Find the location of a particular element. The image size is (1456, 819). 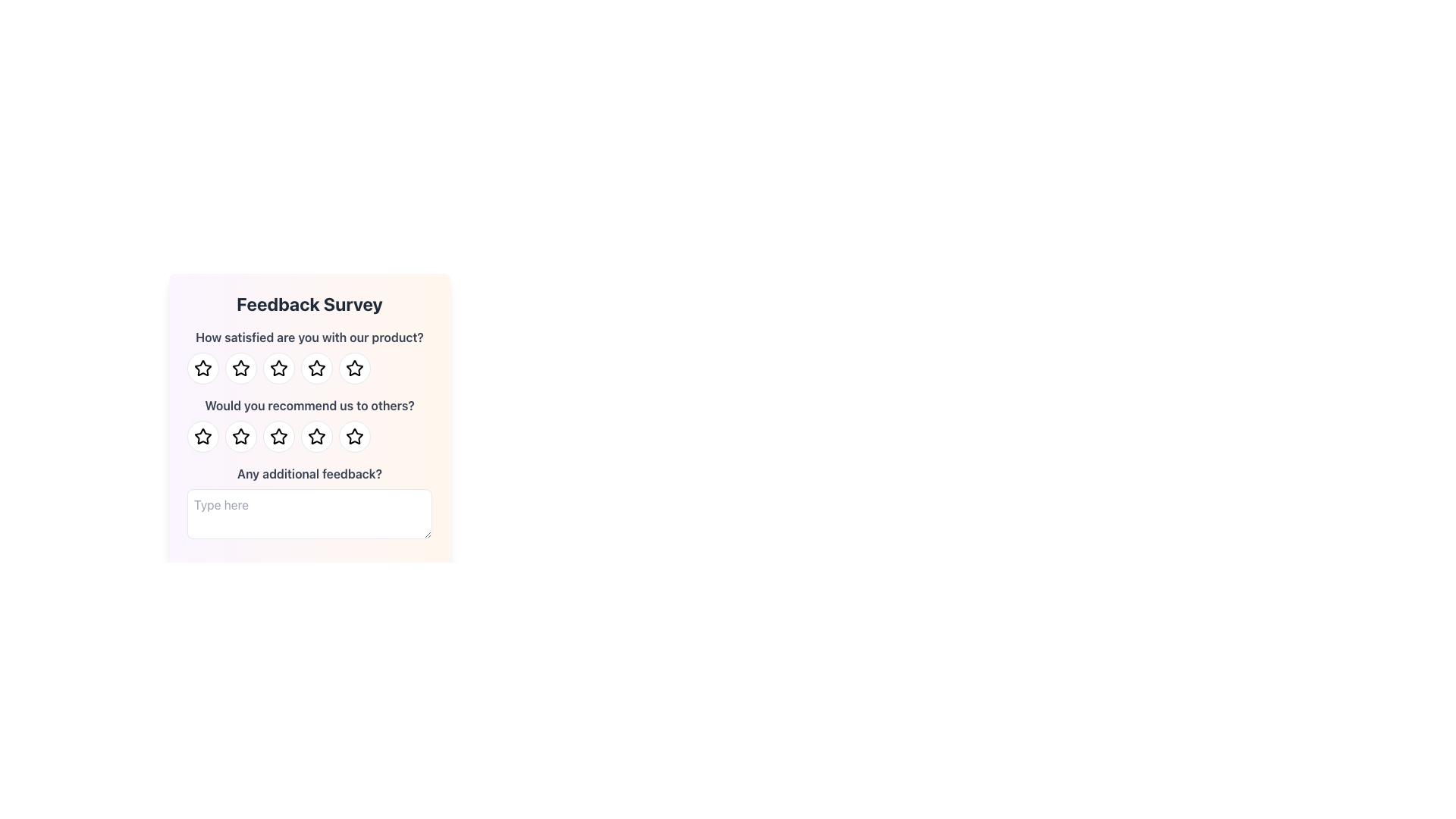

the circular button with a white background and black star icon is located at coordinates (240, 436).